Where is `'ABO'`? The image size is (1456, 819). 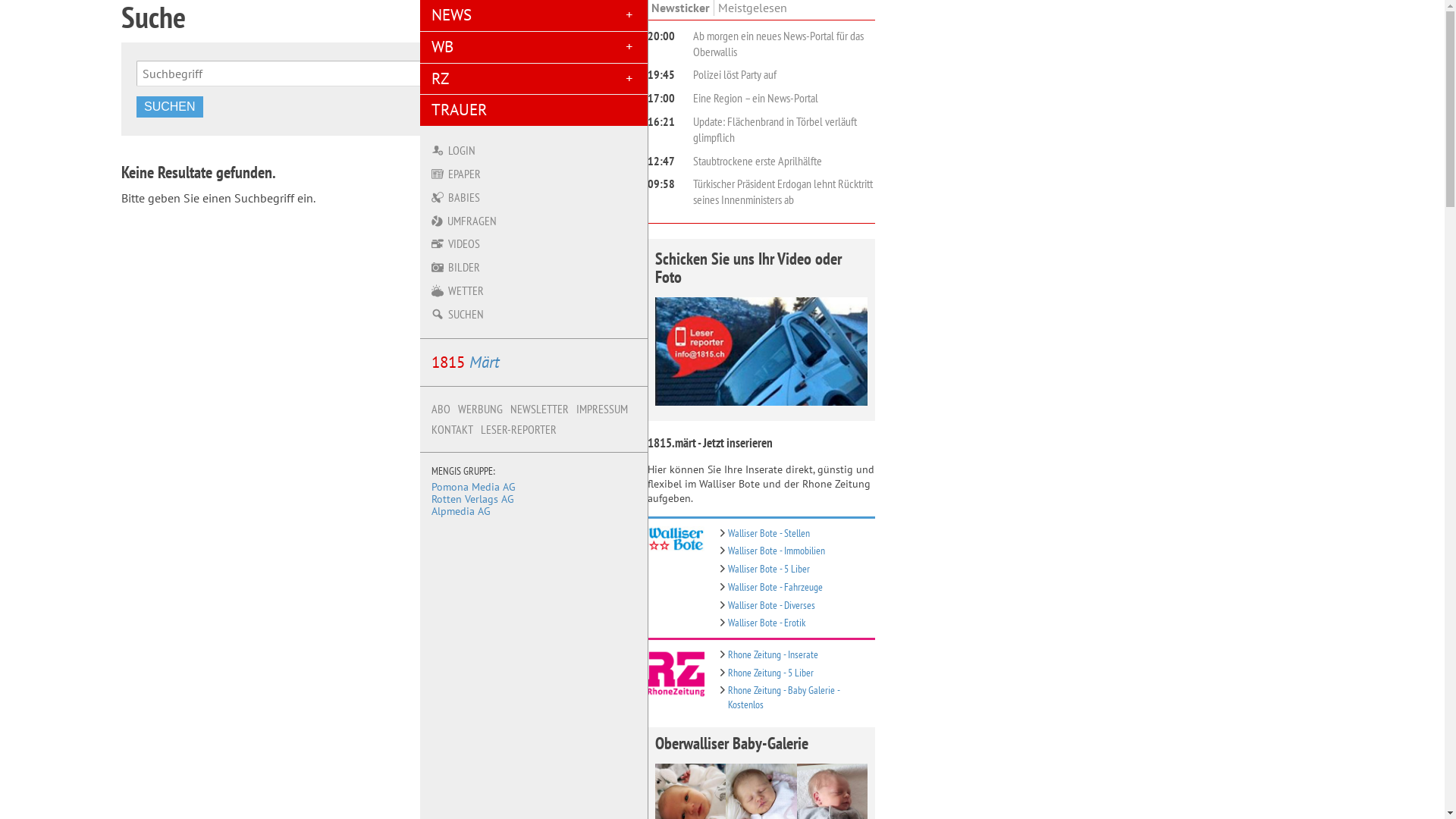 'ABO' is located at coordinates (440, 408).